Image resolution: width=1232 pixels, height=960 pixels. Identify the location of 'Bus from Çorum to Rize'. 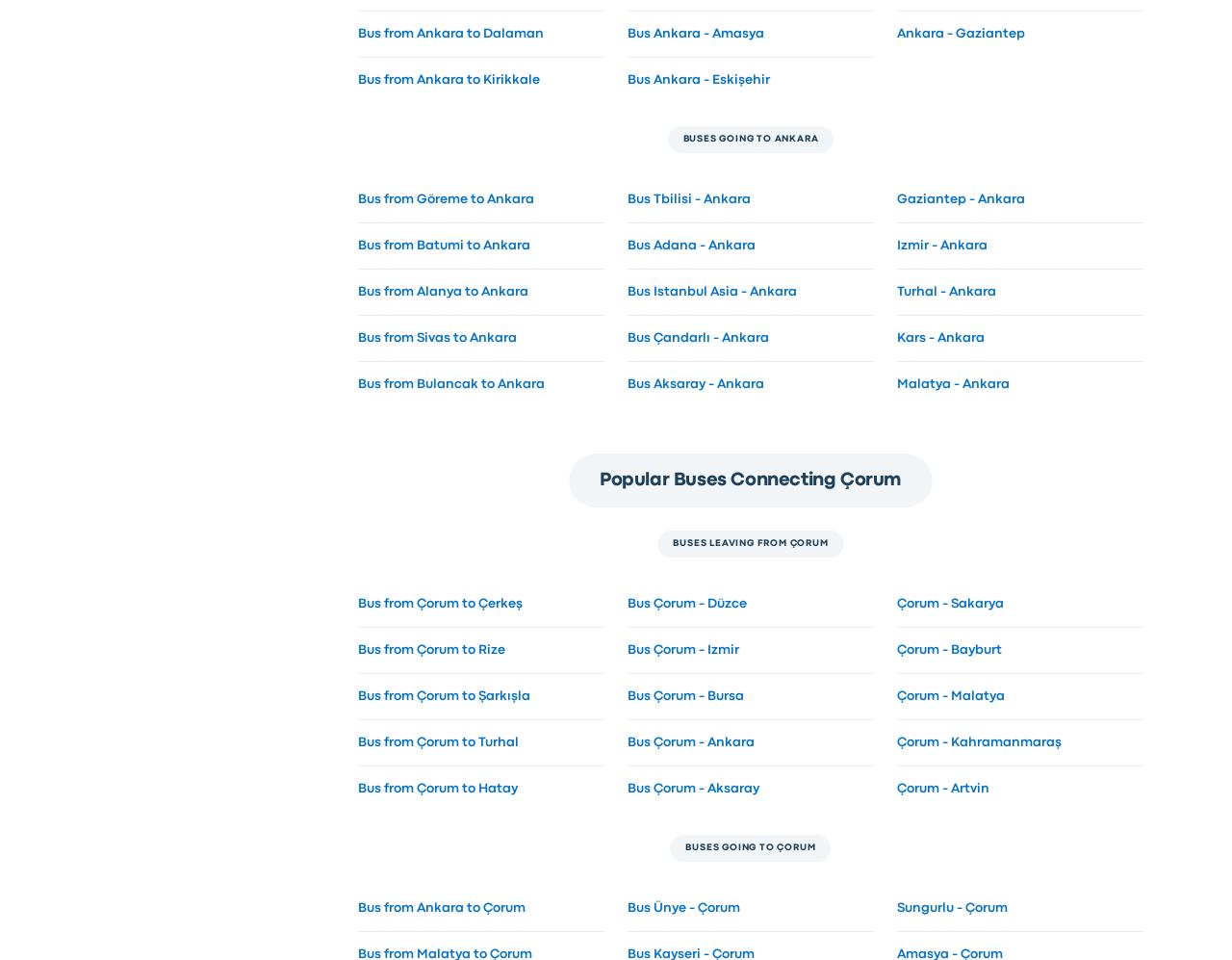
(429, 648).